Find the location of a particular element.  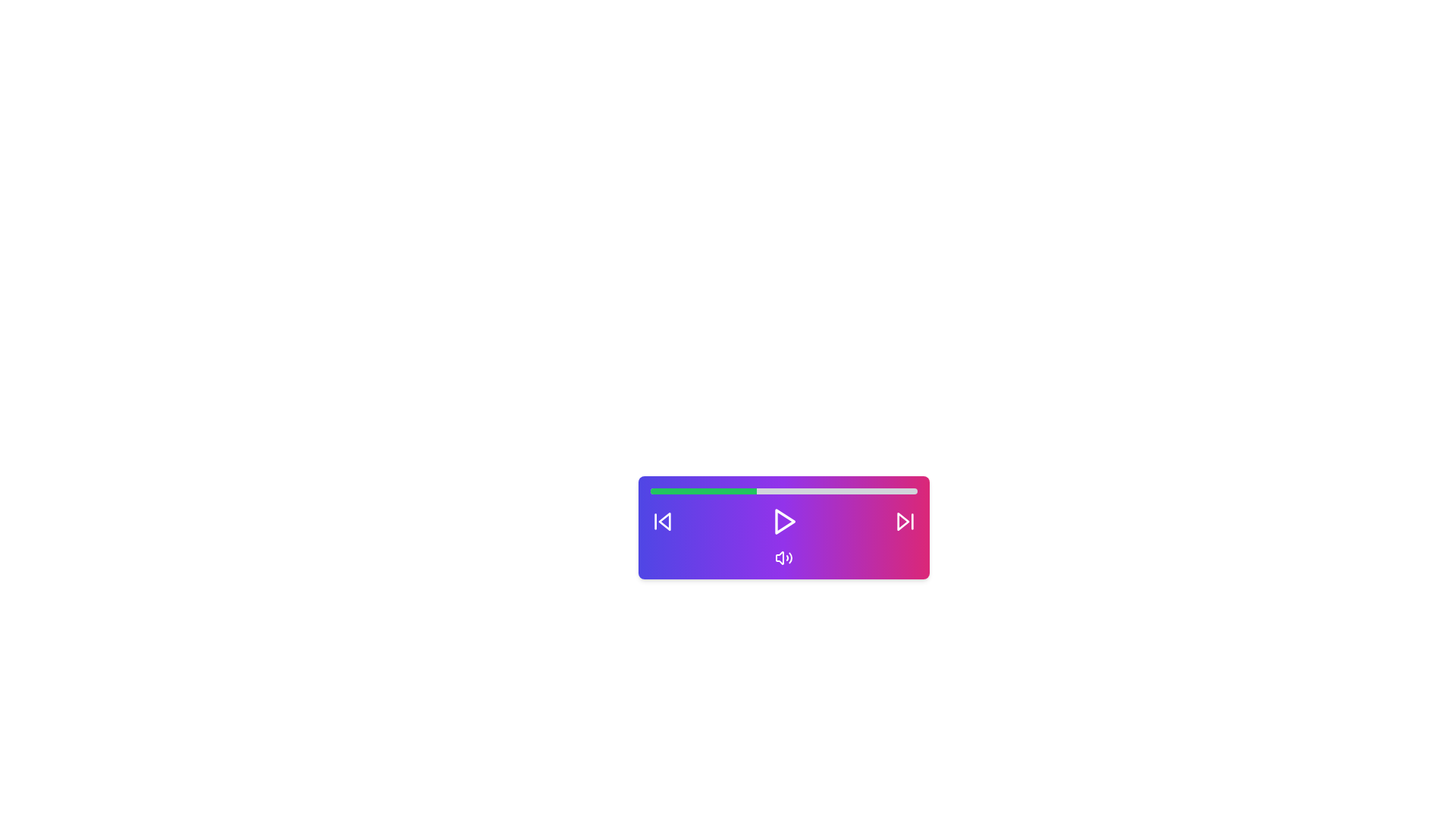

the volume to 10 percent is located at coordinates (676, 491).